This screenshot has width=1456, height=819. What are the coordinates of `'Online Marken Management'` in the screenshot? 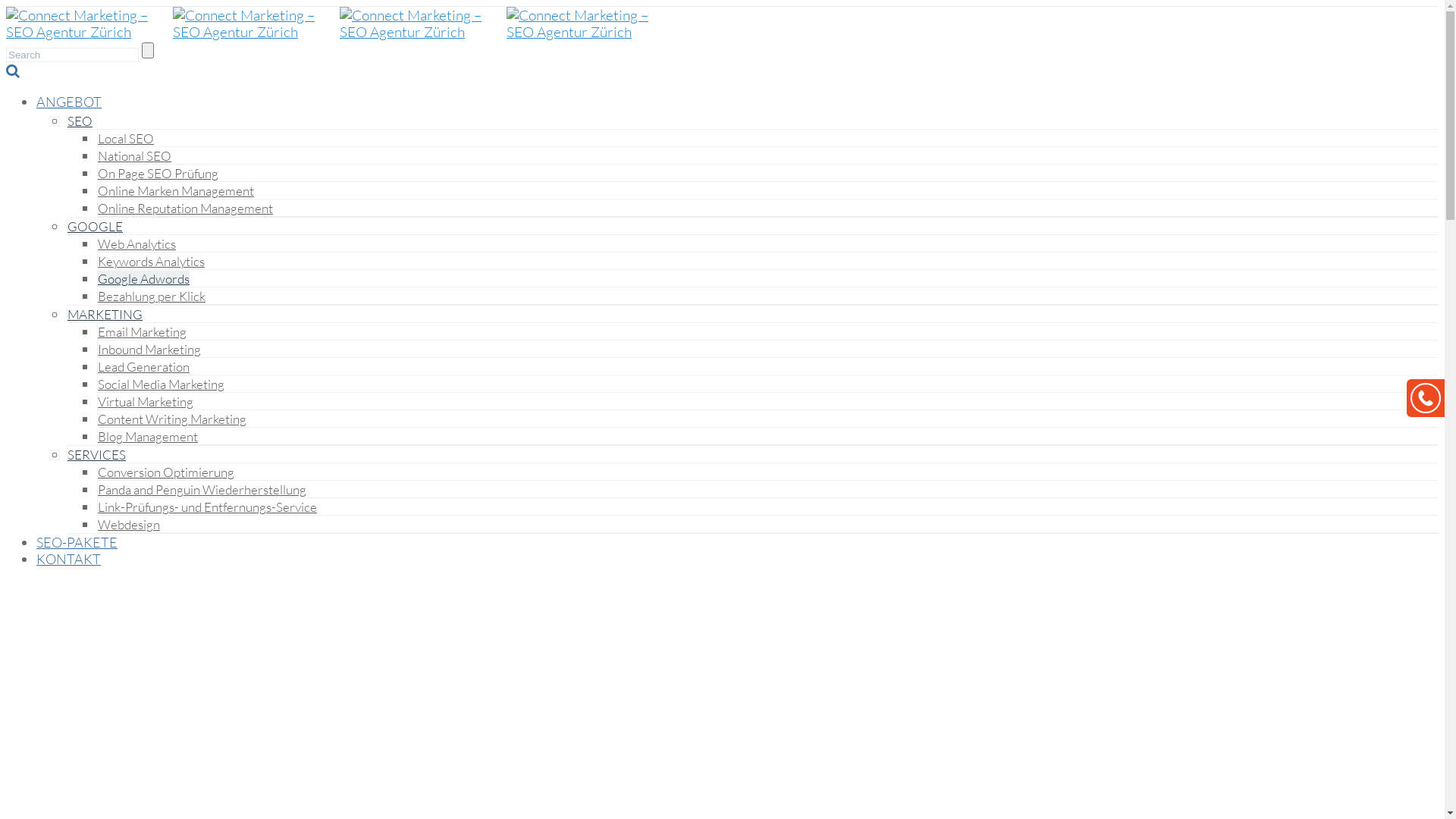 It's located at (175, 190).